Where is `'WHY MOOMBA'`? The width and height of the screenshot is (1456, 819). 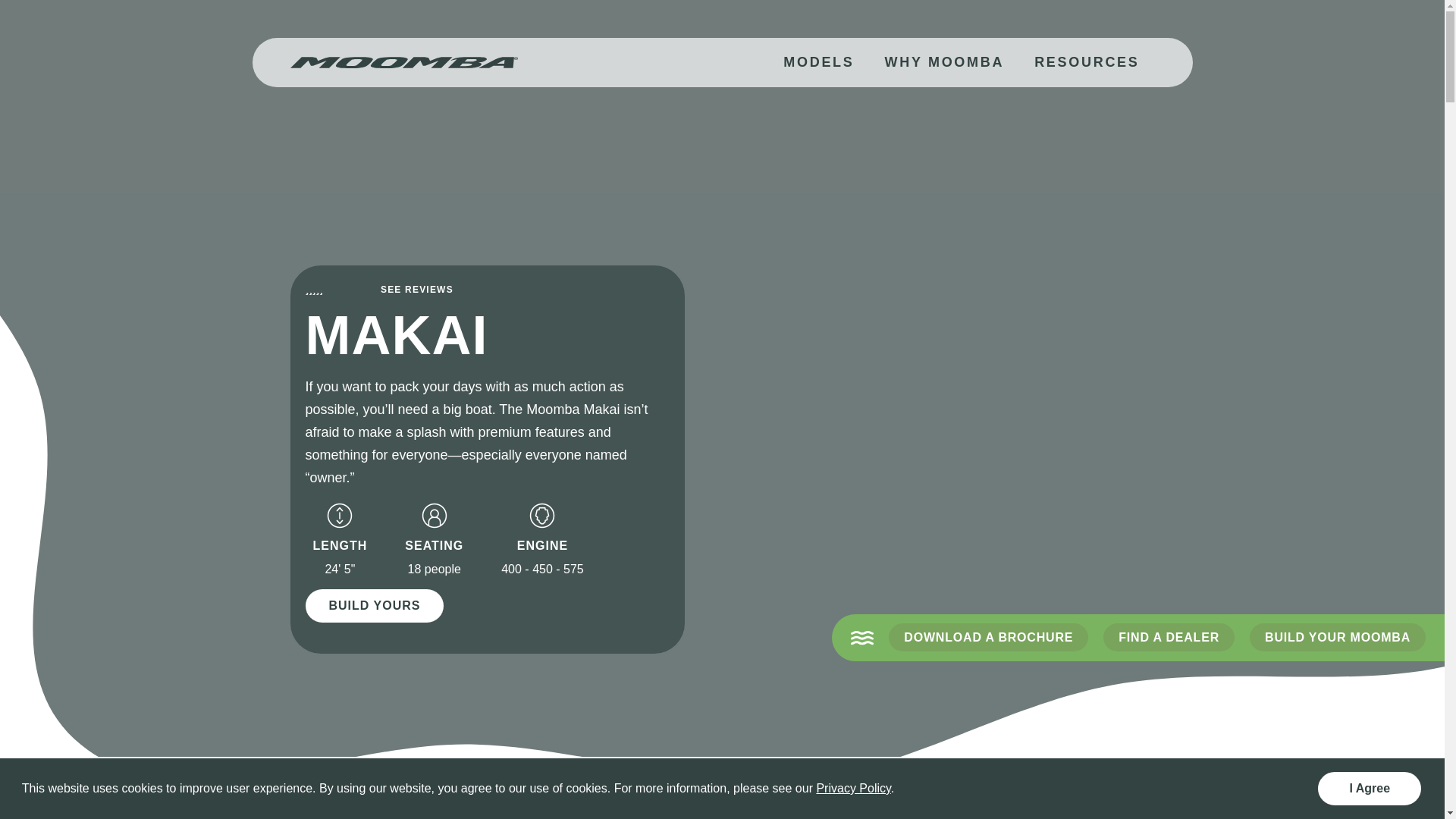
'WHY MOOMBA' is located at coordinates (943, 61).